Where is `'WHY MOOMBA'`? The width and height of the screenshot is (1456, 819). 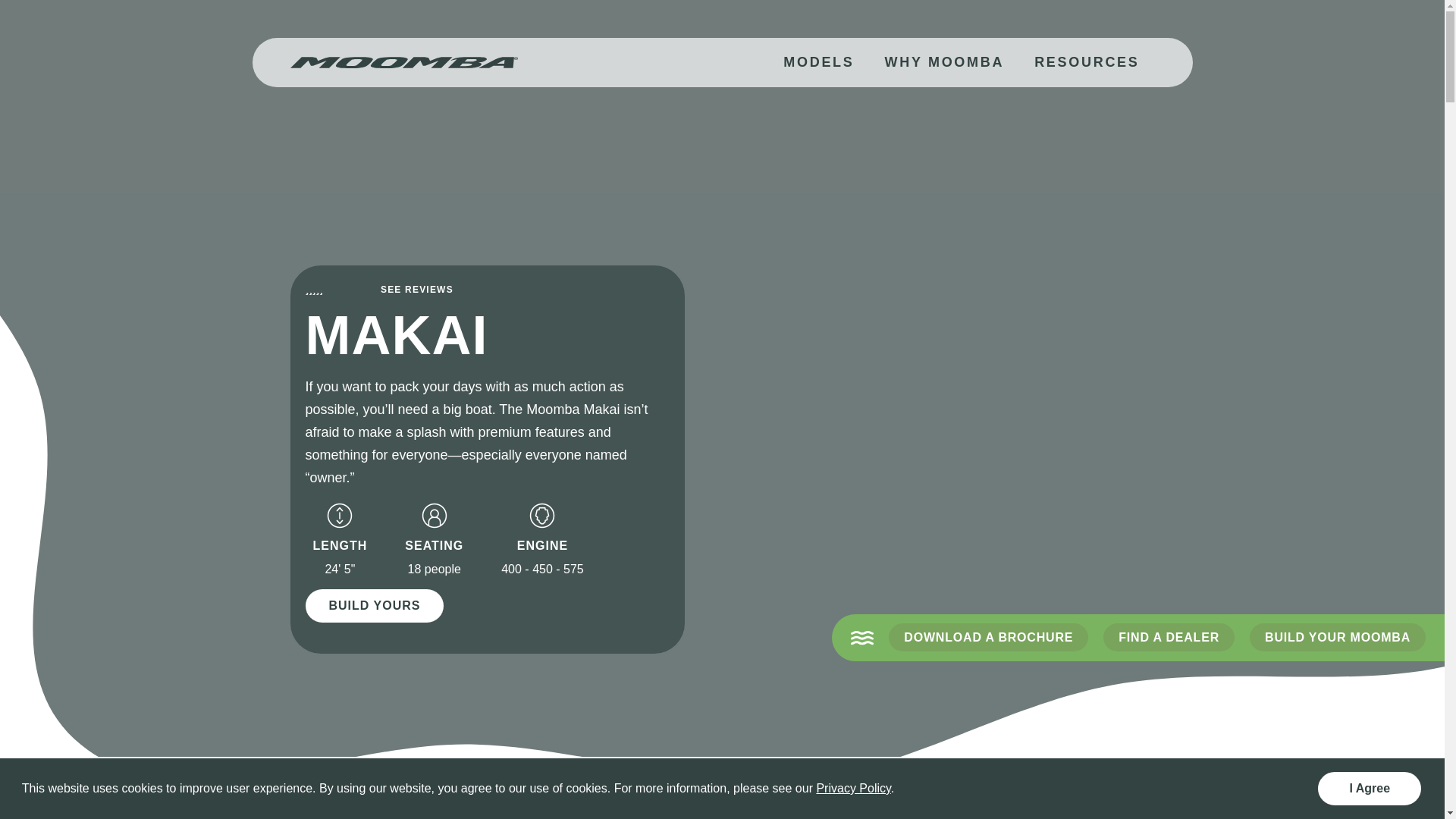
'WHY MOOMBA' is located at coordinates (943, 61).